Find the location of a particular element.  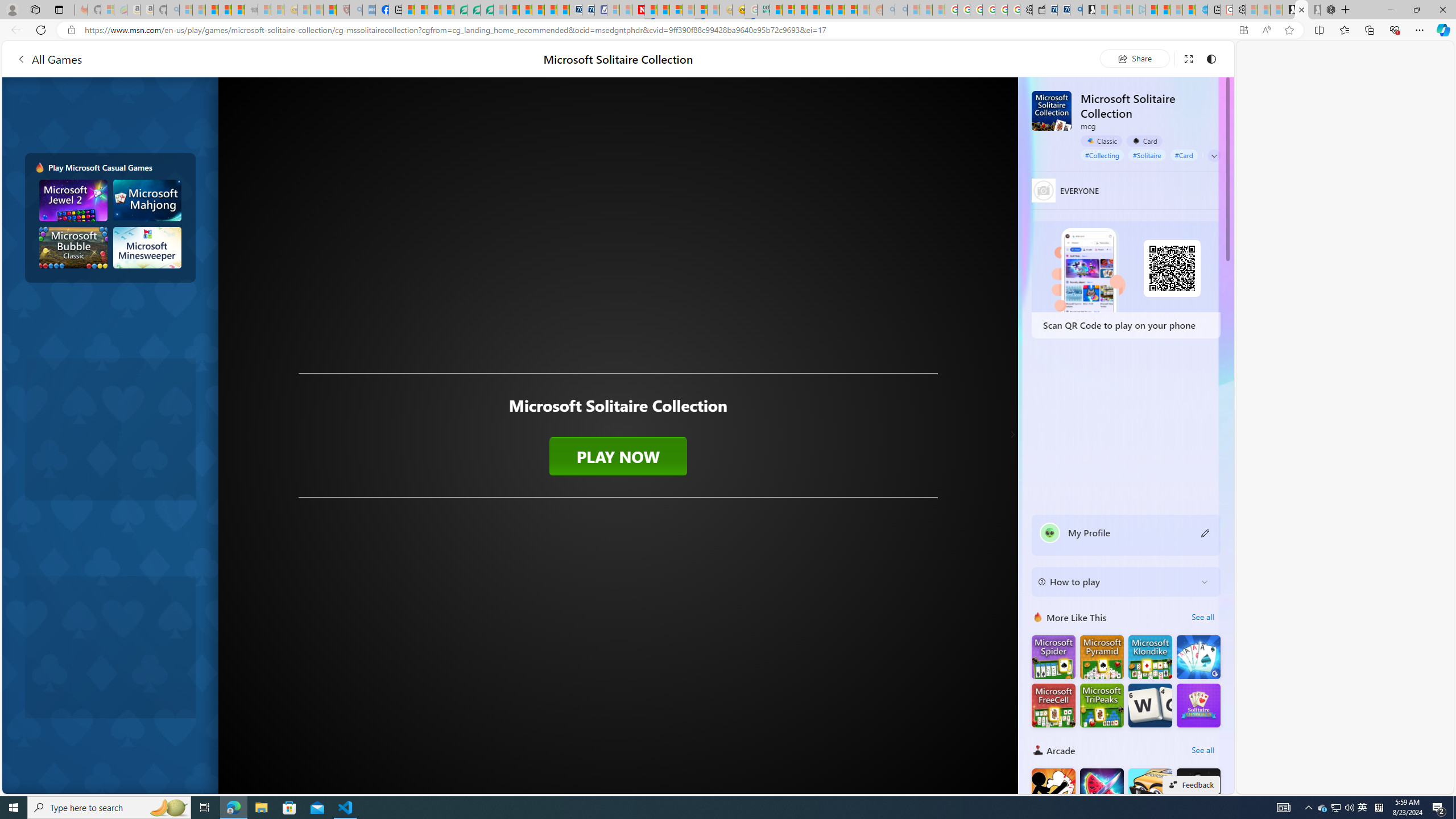

'Microsoft Spider Solitaire' is located at coordinates (1053, 656).